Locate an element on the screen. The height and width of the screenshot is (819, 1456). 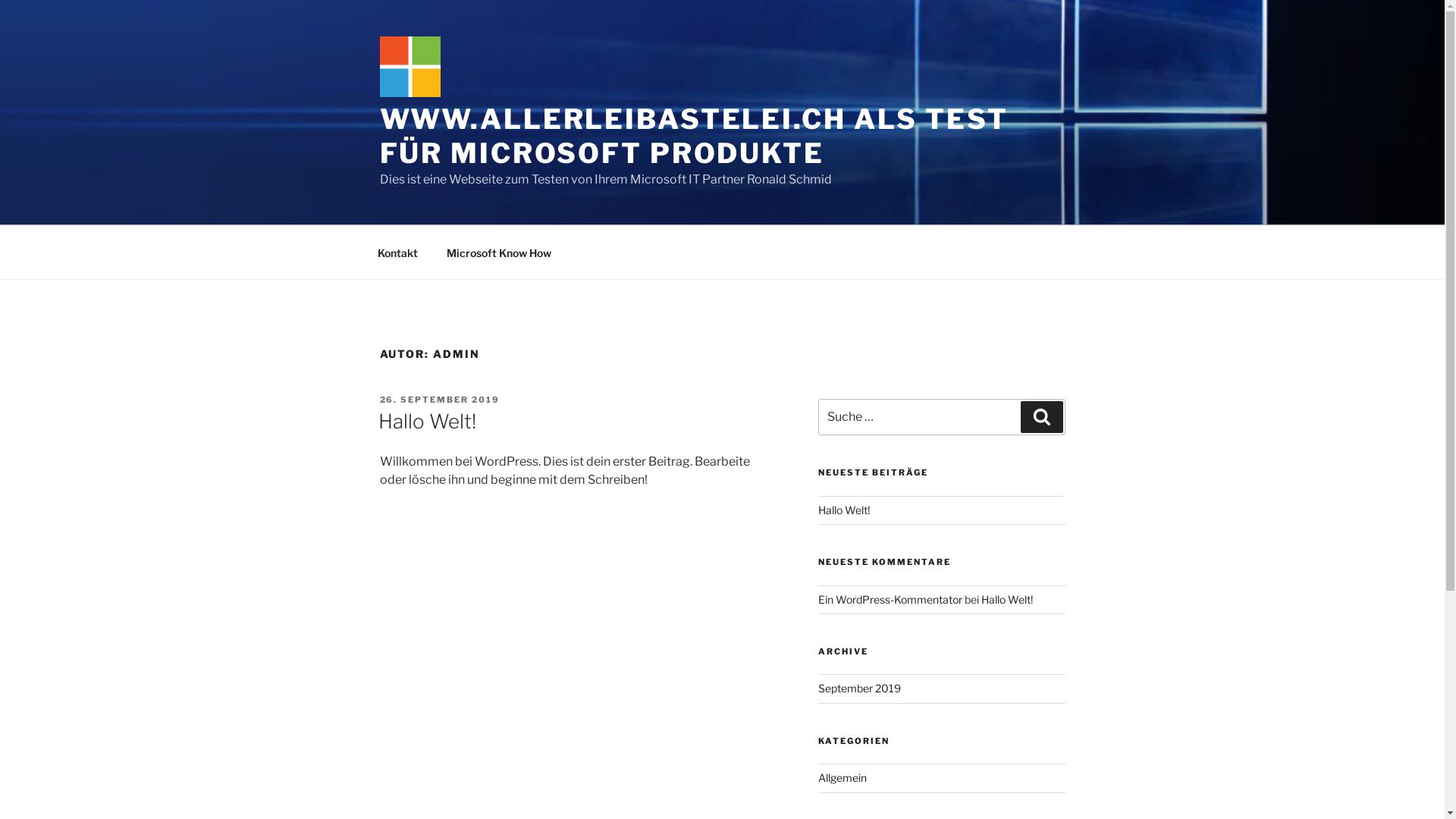
'Ein WordPress-Kommentator' is located at coordinates (890, 598).